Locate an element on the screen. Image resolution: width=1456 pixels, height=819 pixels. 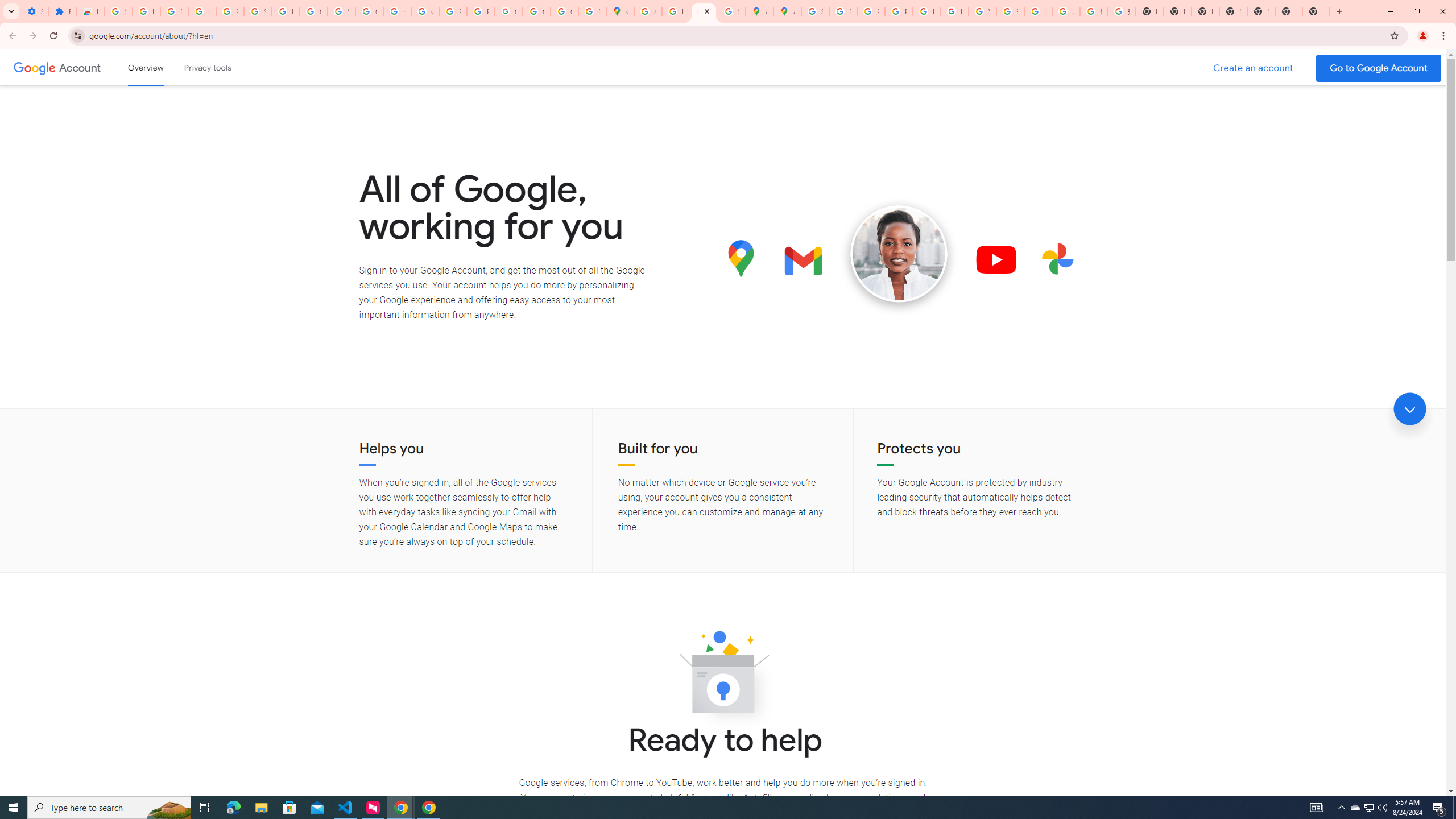
'Reviews: Helix Fruit Jump Arcade Game' is located at coordinates (90, 11).